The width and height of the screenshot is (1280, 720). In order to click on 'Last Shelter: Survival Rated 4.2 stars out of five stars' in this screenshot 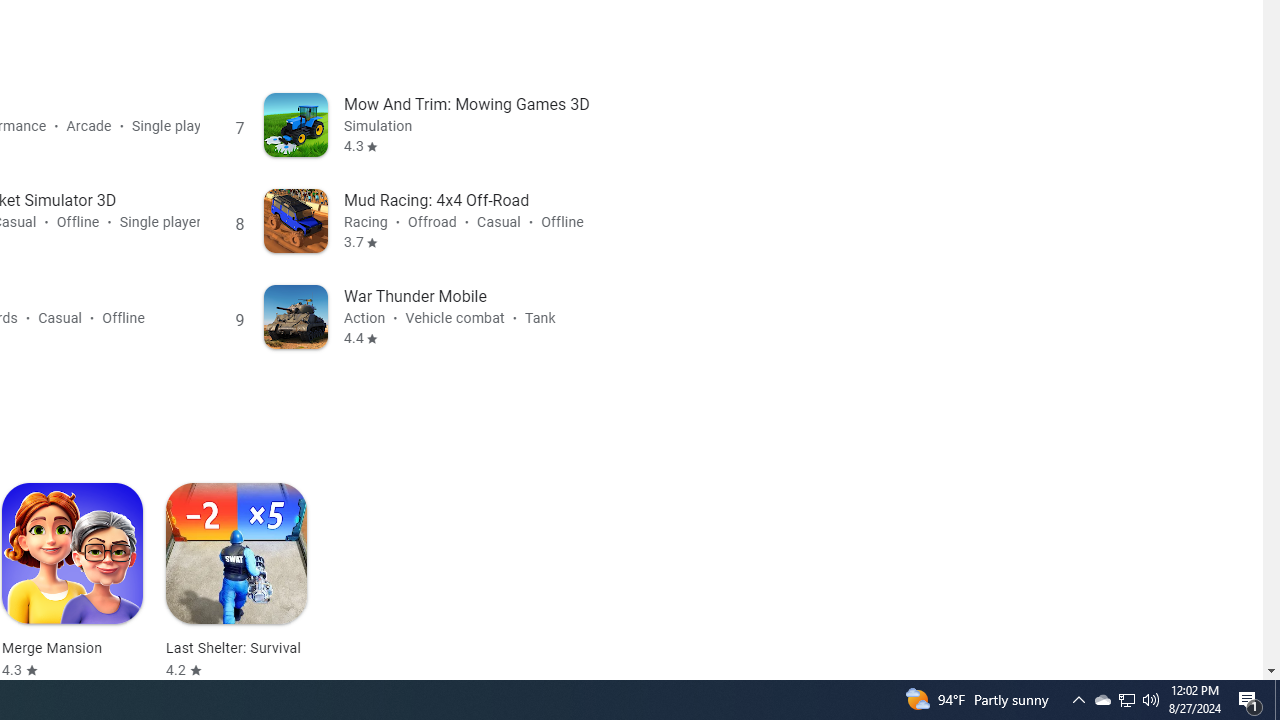, I will do `click(236, 581)`.